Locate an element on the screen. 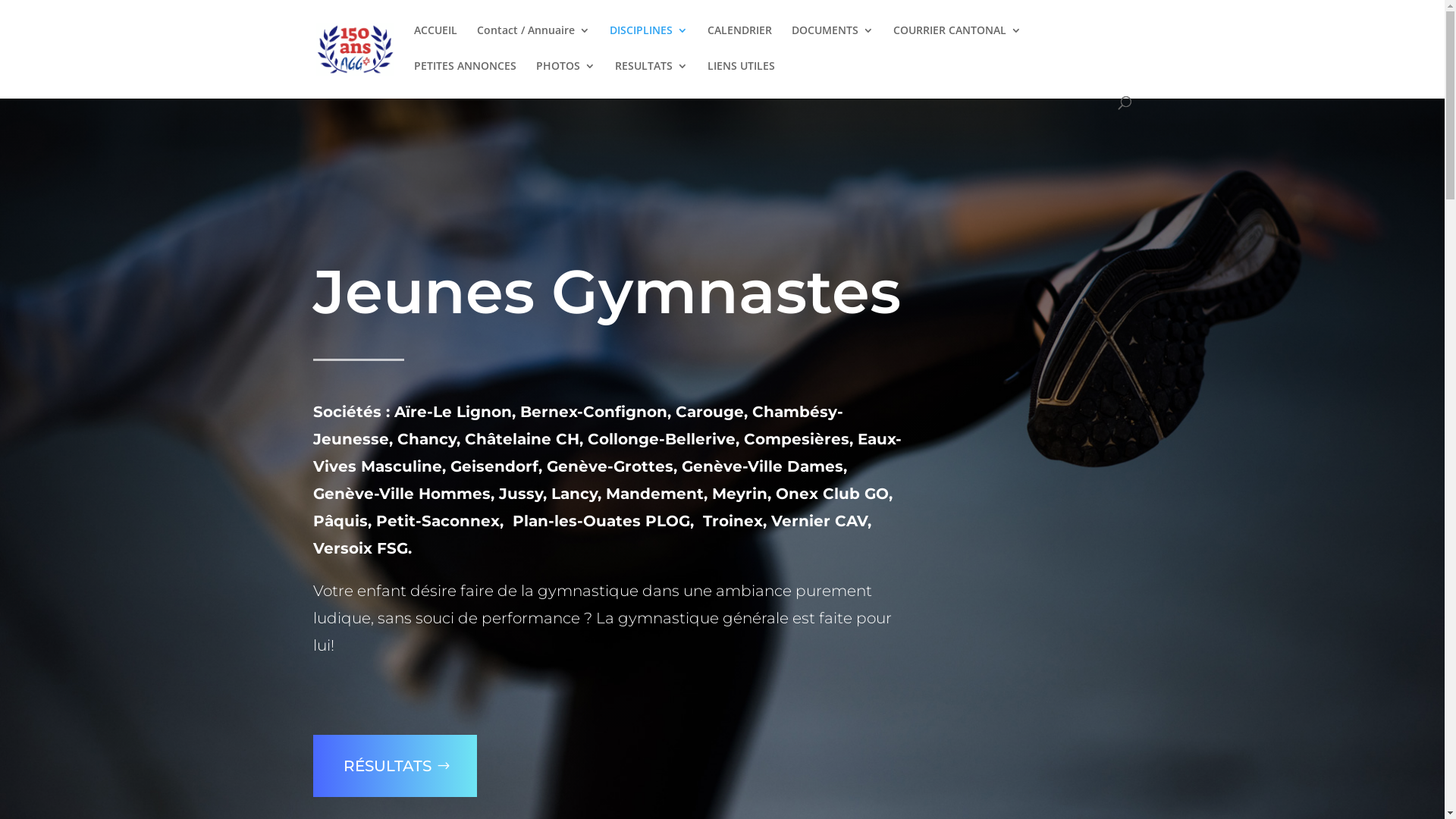  'CALENDRIER' is located at coordinates (705, 42).